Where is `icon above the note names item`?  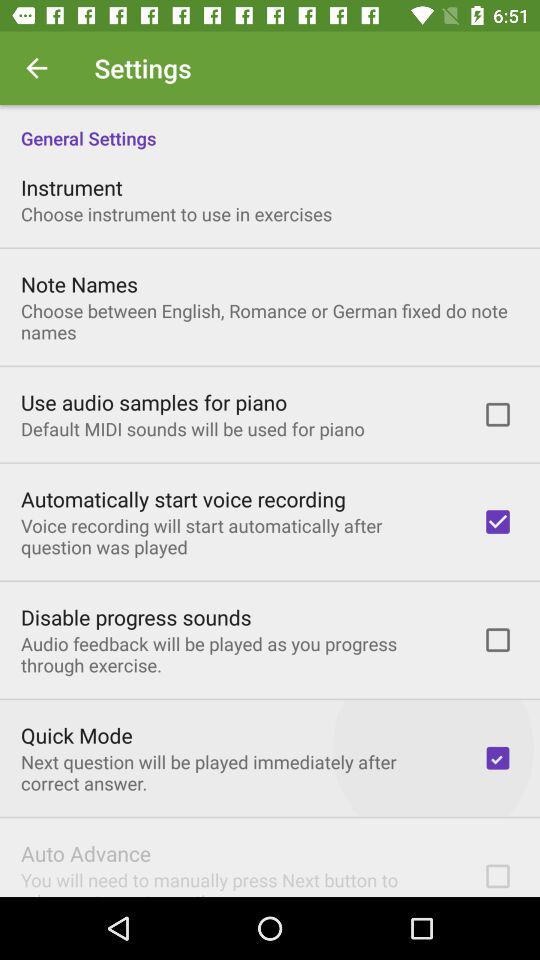
icon above the note names item is located at coordinates (176, 214).